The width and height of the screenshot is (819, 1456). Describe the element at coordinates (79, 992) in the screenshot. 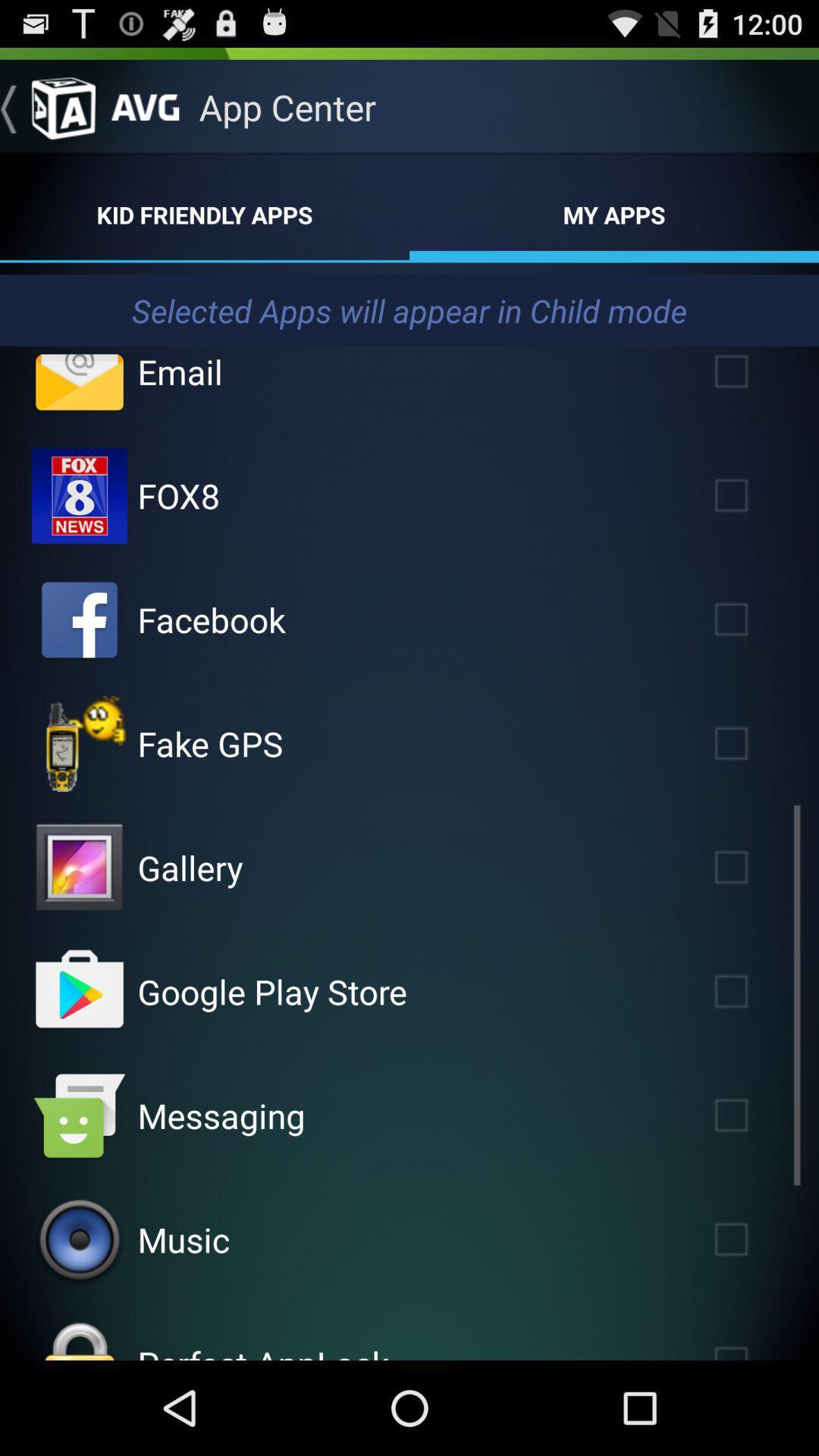

I see `google apps` at that location.